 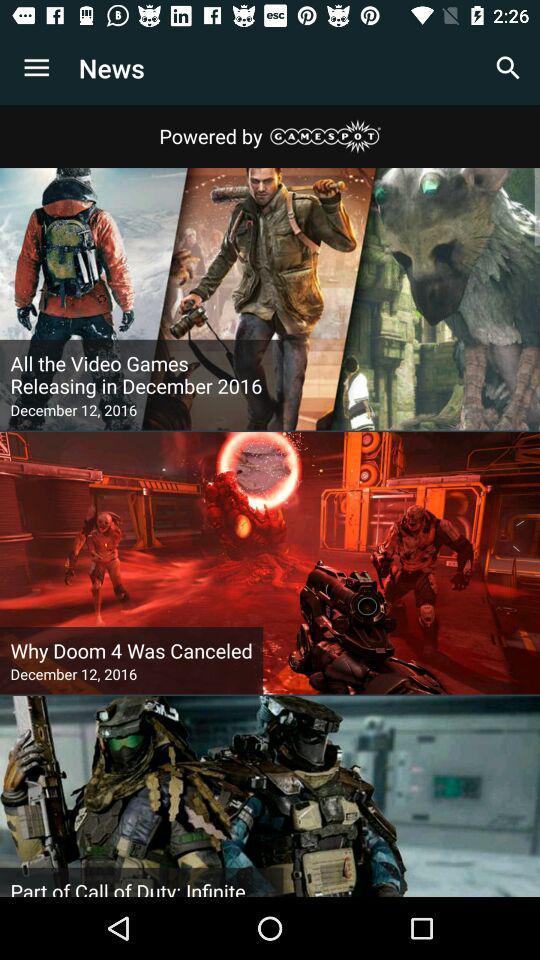 I want to click on why doom 4, so click(x=131, y=649).